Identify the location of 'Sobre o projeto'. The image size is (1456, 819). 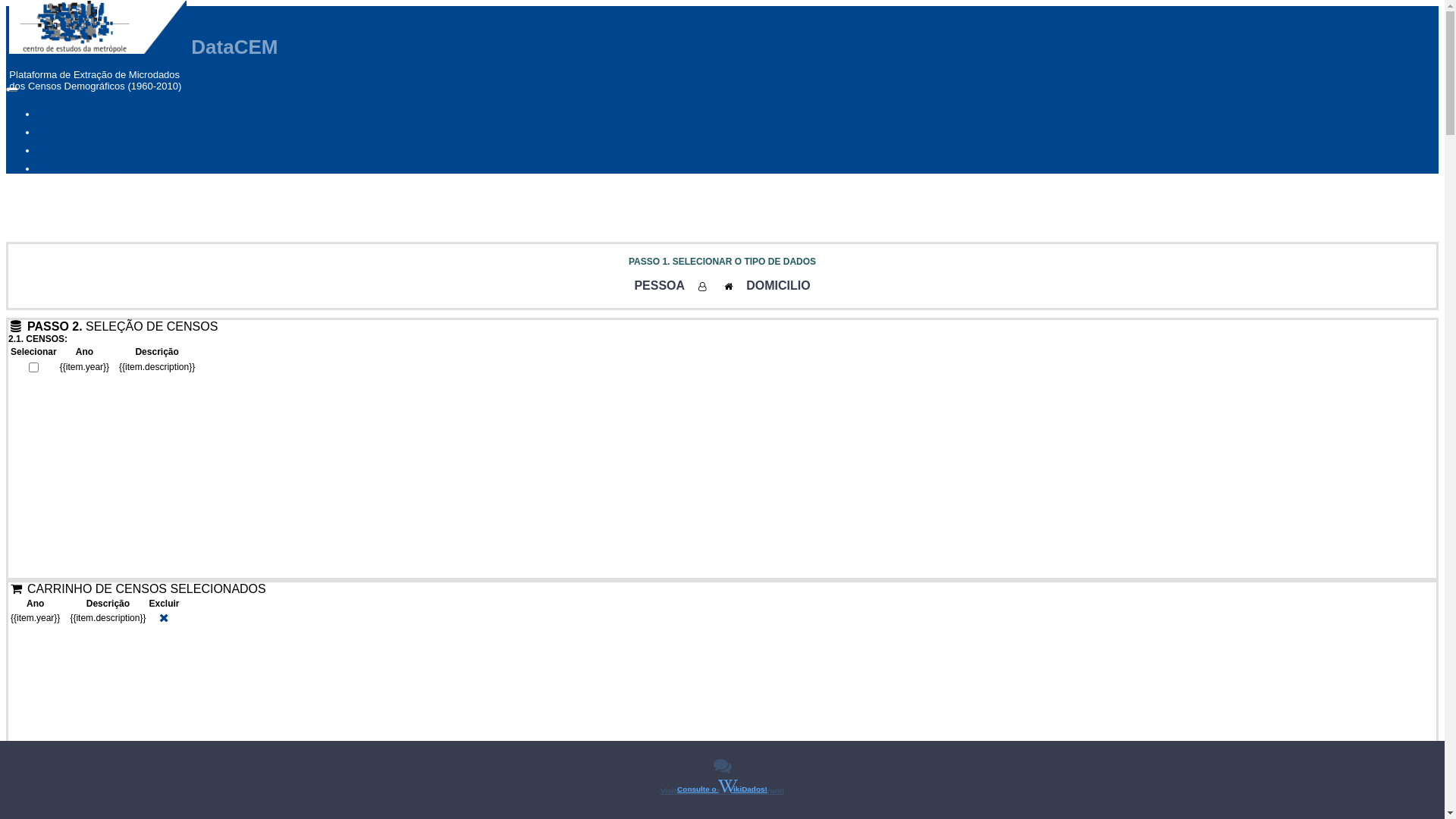
(75, 168).